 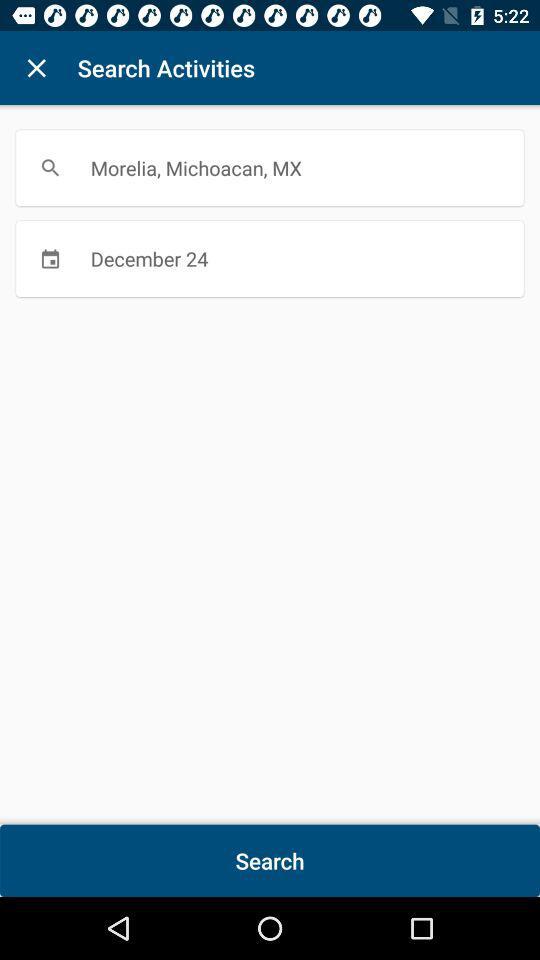 What do you see at coordinates (270, 257) in the screenshot?
I see `the icon below the morelia, michoacan, mx icon` at bounding box center [270, 257].